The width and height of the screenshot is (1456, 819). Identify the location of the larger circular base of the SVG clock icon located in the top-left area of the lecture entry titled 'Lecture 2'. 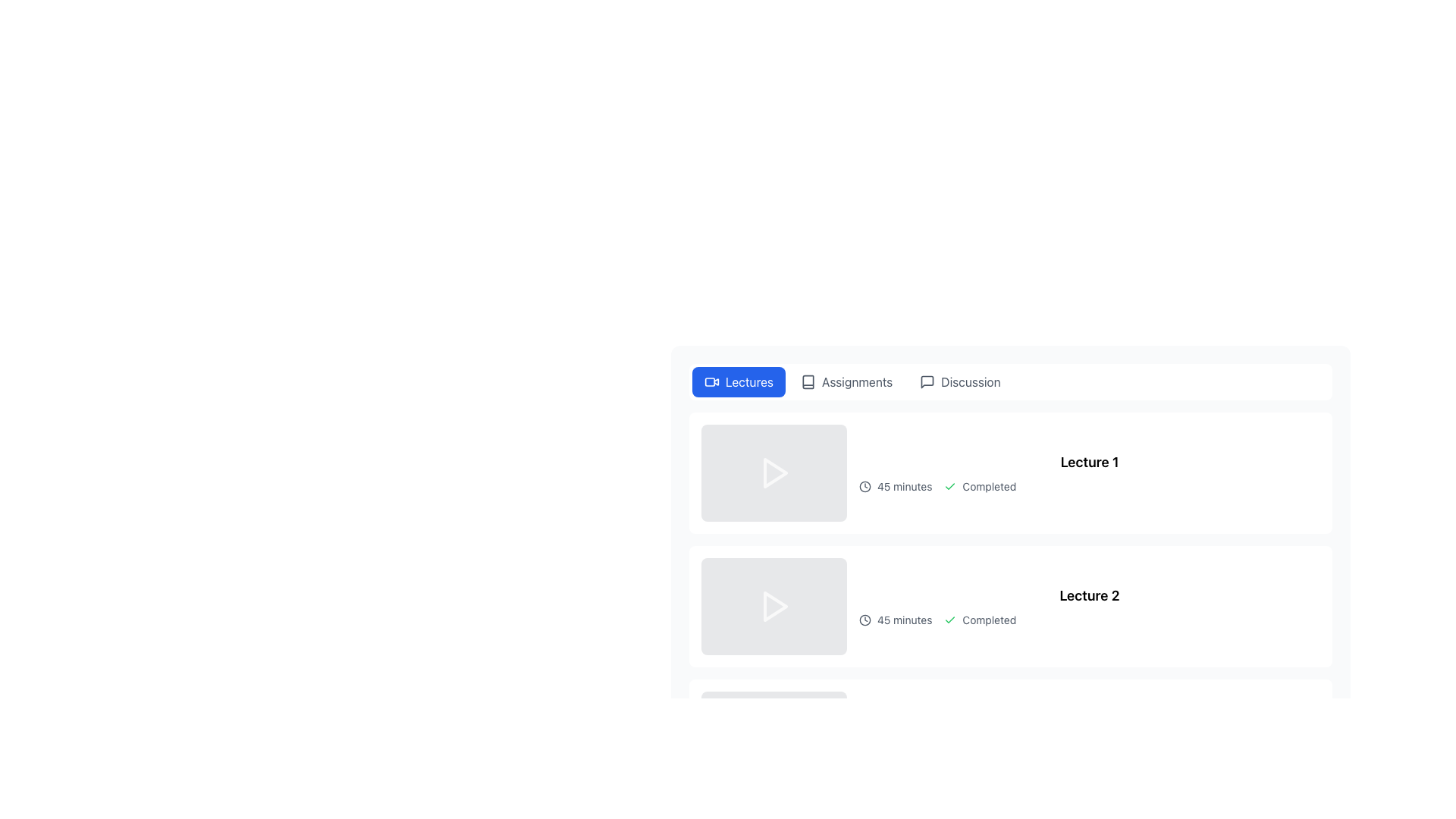
(865, 486).